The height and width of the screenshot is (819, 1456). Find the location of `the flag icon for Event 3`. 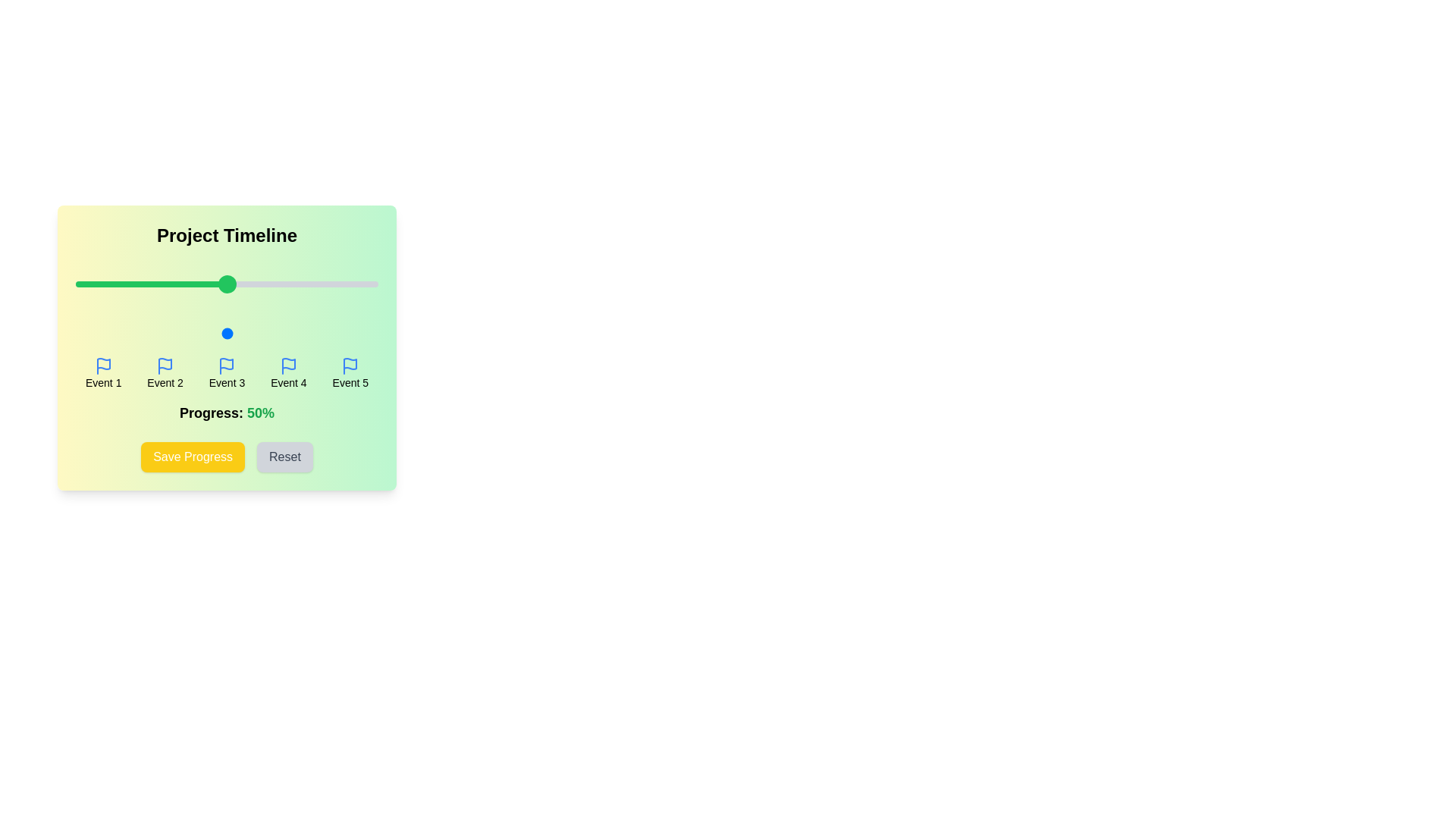

the flag icon for Event 3 is located at coordinates (226, 366).